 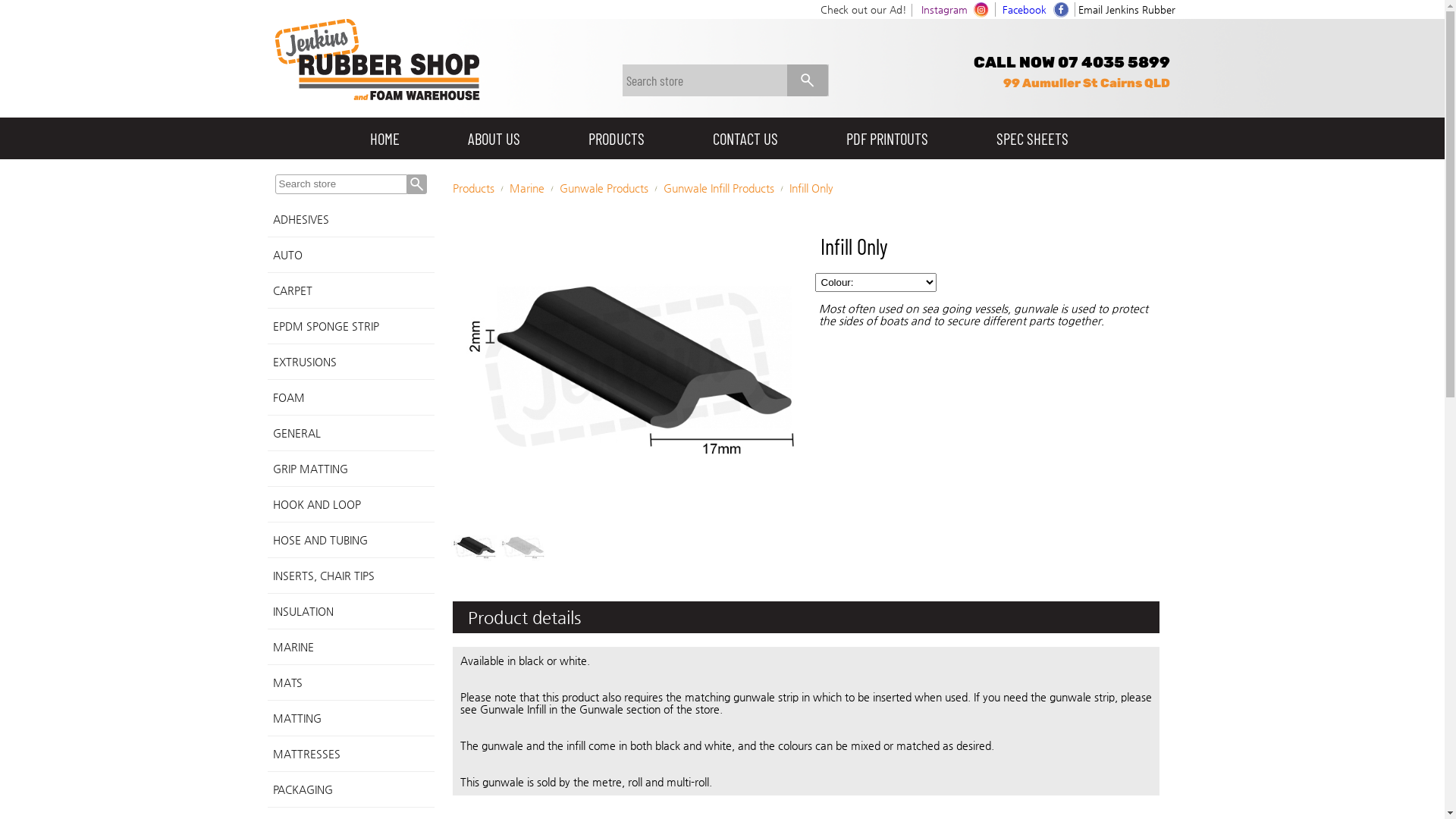 What do you see at coordinates (943, 9) in the screenshot?
I see `'Instagram'` at bounding box center [943, 9].